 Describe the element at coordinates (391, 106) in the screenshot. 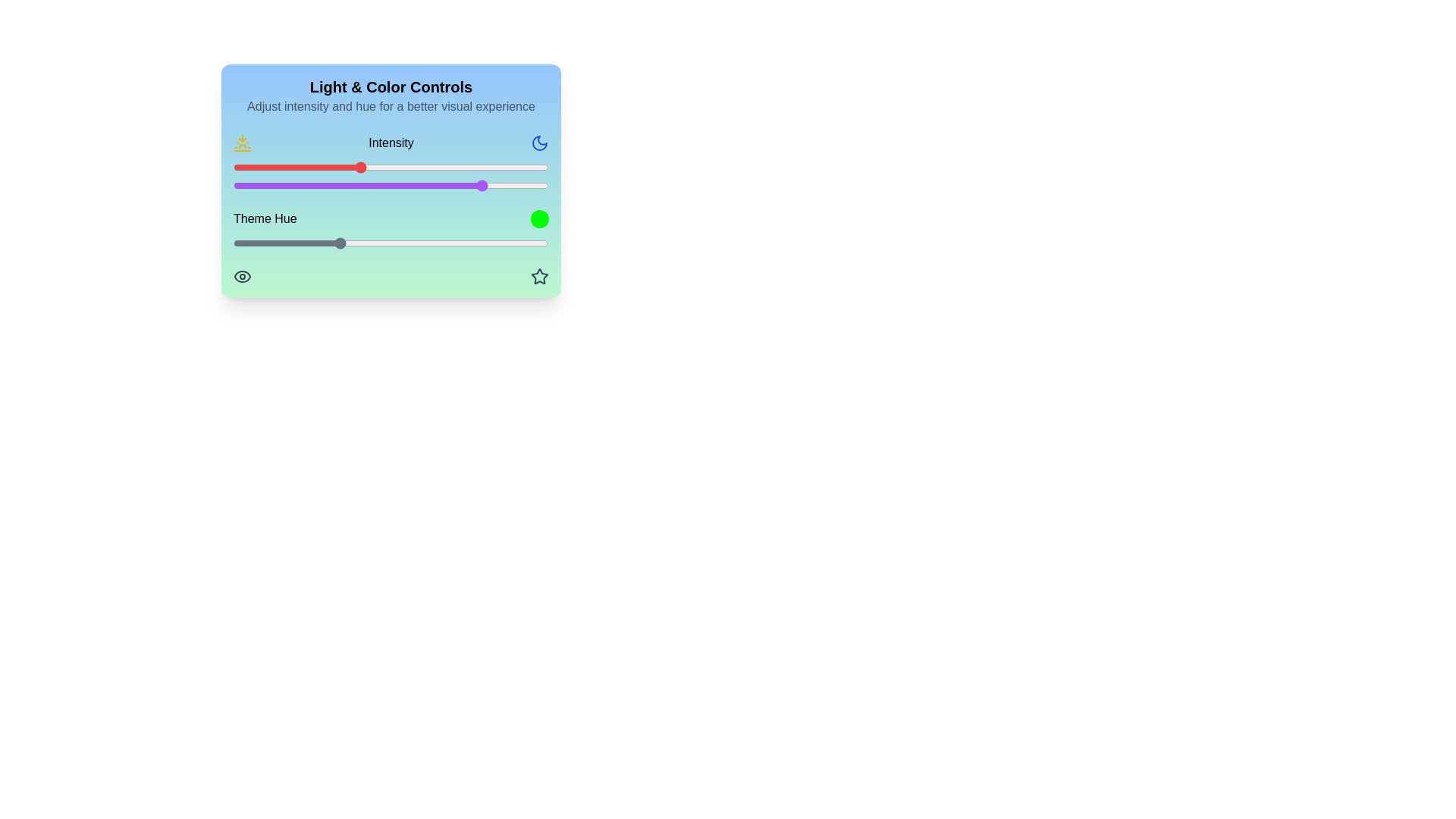

I see `the informative guidance label positioned below 'Light & Color Controls' in the central upper region of the interface card` at that location.